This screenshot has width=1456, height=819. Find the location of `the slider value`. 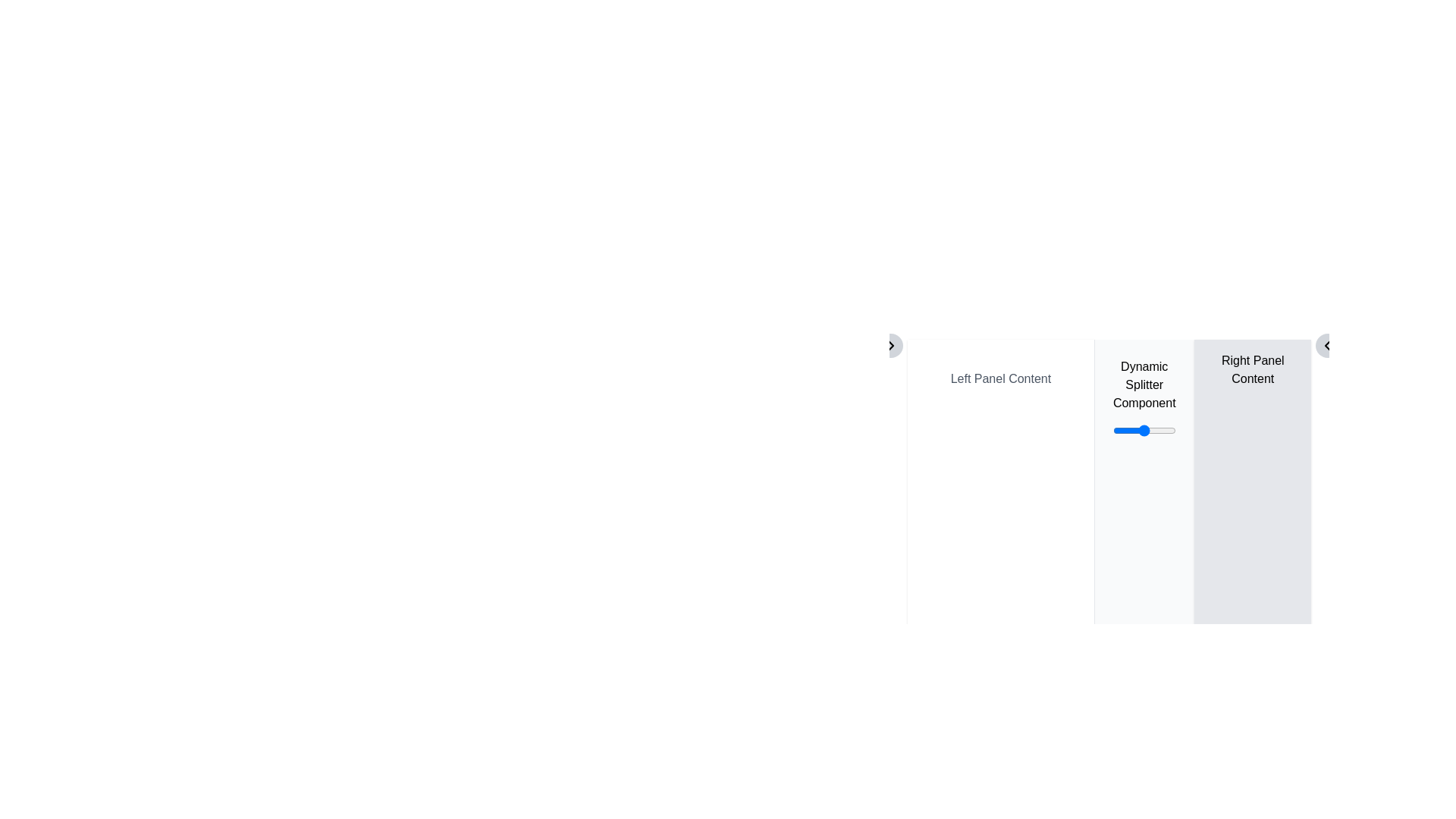

the slider value is located at coordinates (1124, 430).